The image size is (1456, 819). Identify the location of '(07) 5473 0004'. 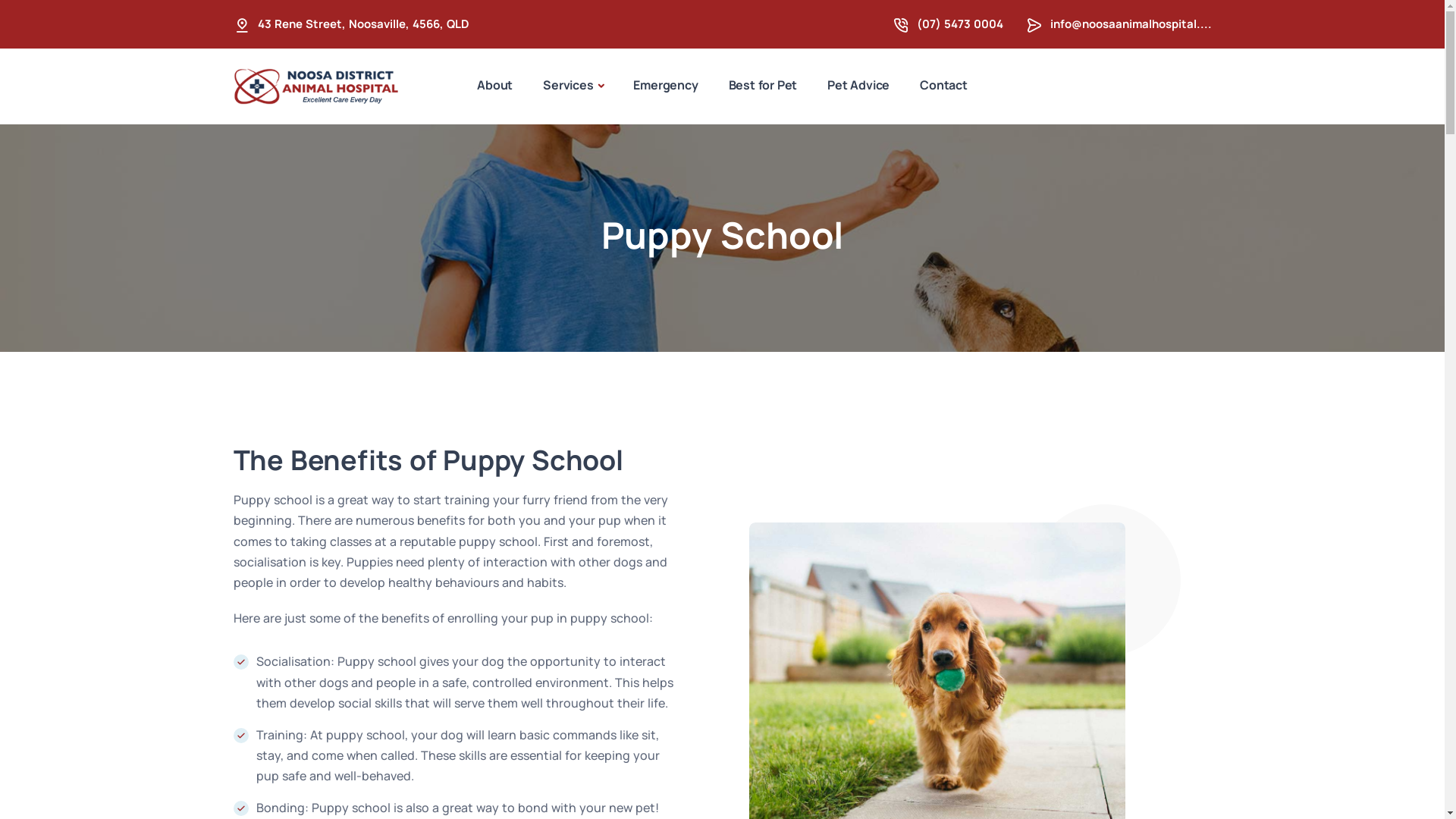
(959, 24).